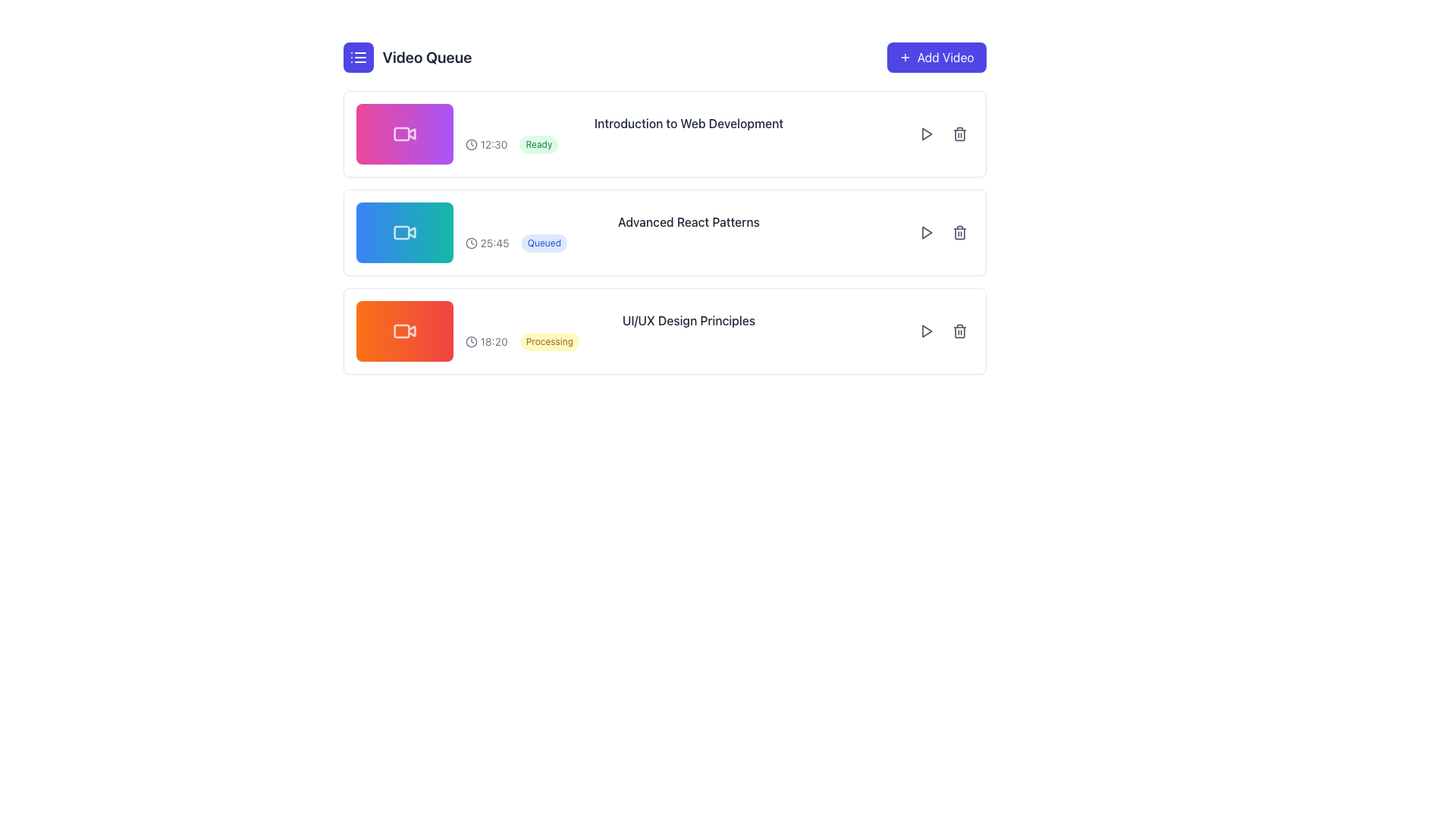 Image resolution: width=1456 pixels, height=819 pixels. I want to click on the second video item card, which is a medium-sized rectangular card with rounded corners and a gradient background transitioning from blue to teal, featuring a white video icon at its center, so click(404, 233).